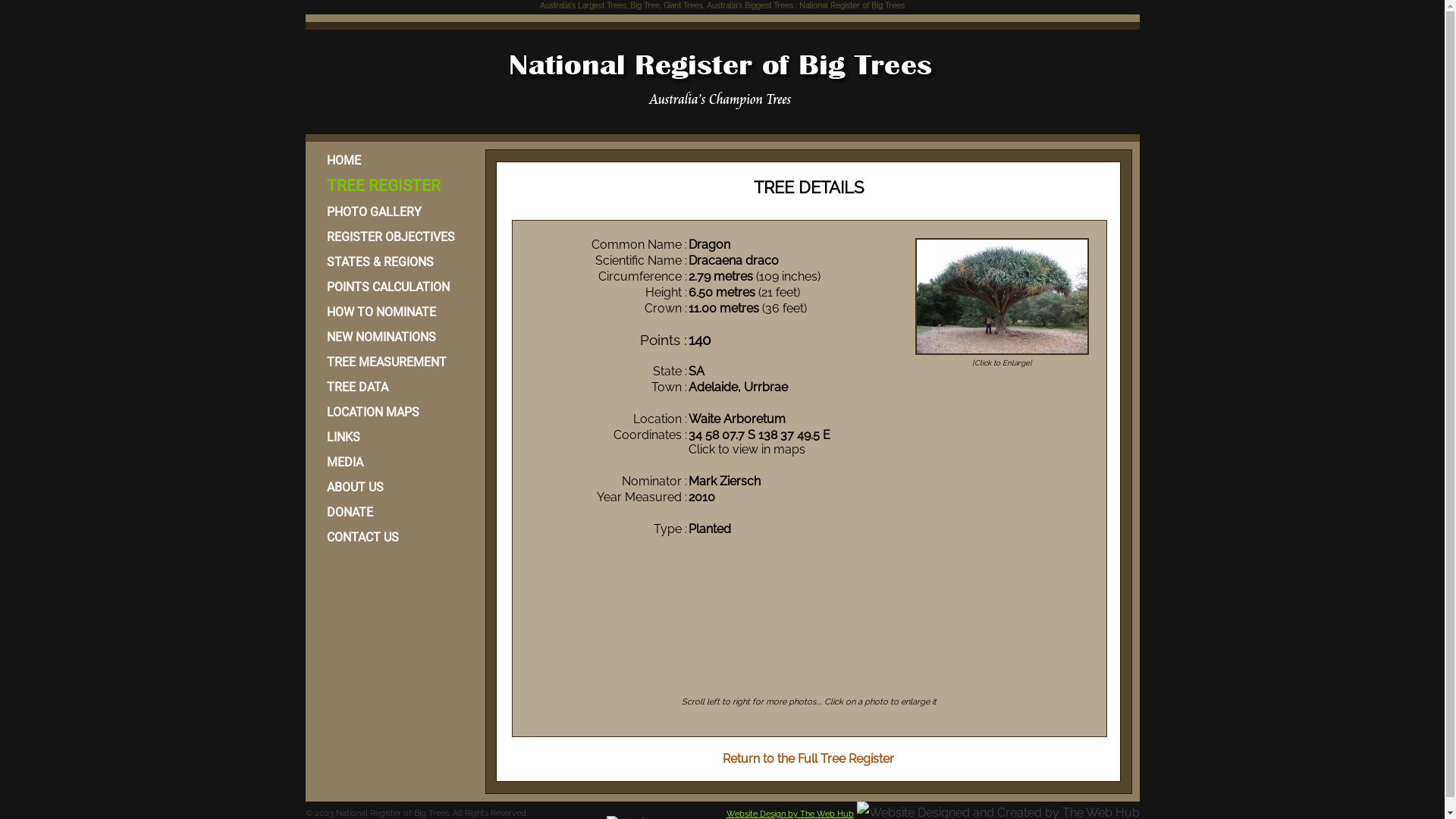 Image resolution: width=1456 pixels, height=819 pixels. What do you see at coordinates (393, 336) in the screenshot?
I see `'NEW NOMINATIONS'` at bounding box center [393, 336].